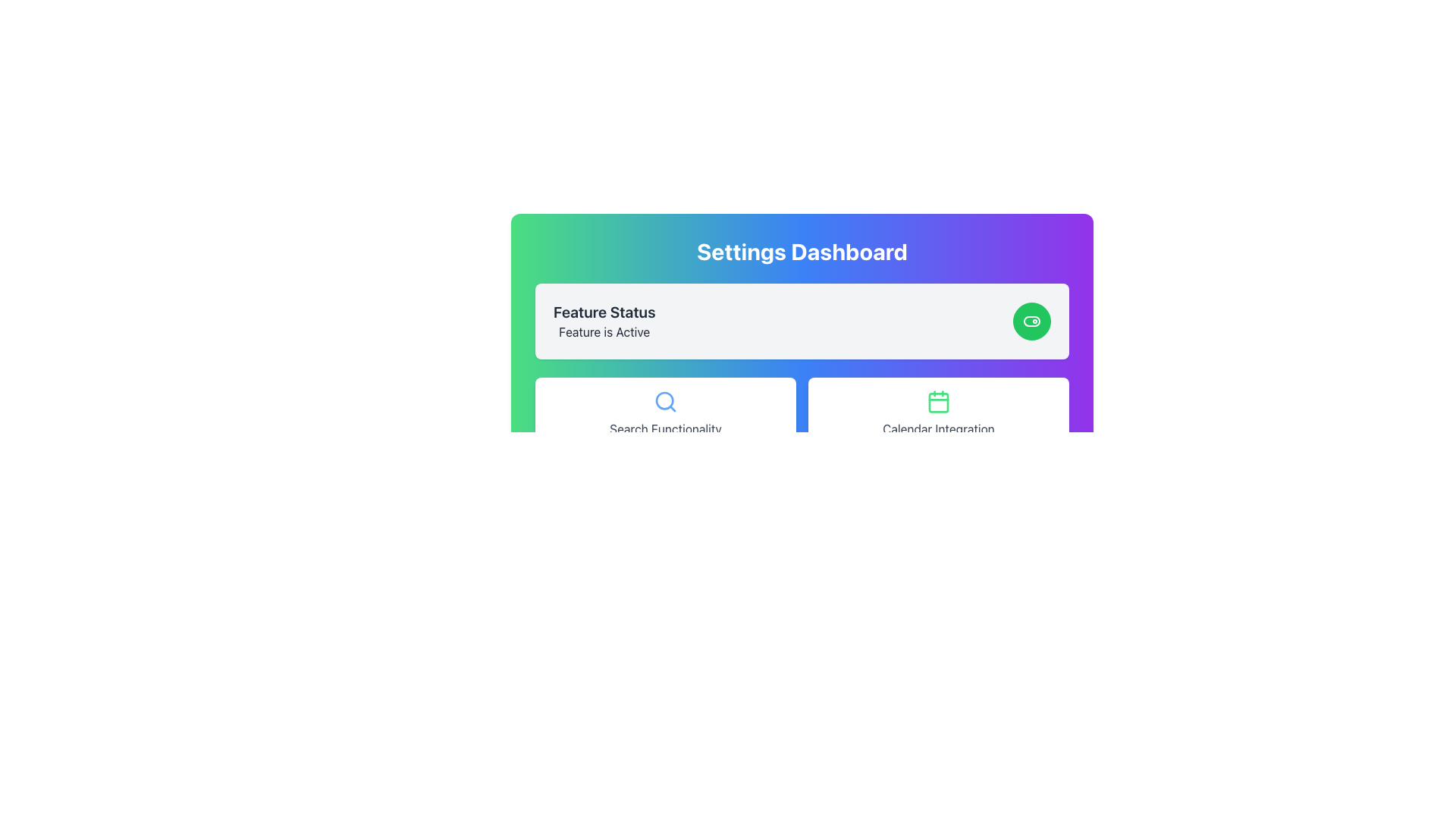  I want to click on the toggle button located at the far-right side of the 'Feature Status' section to observe the hover effect, so click(1031, 321).